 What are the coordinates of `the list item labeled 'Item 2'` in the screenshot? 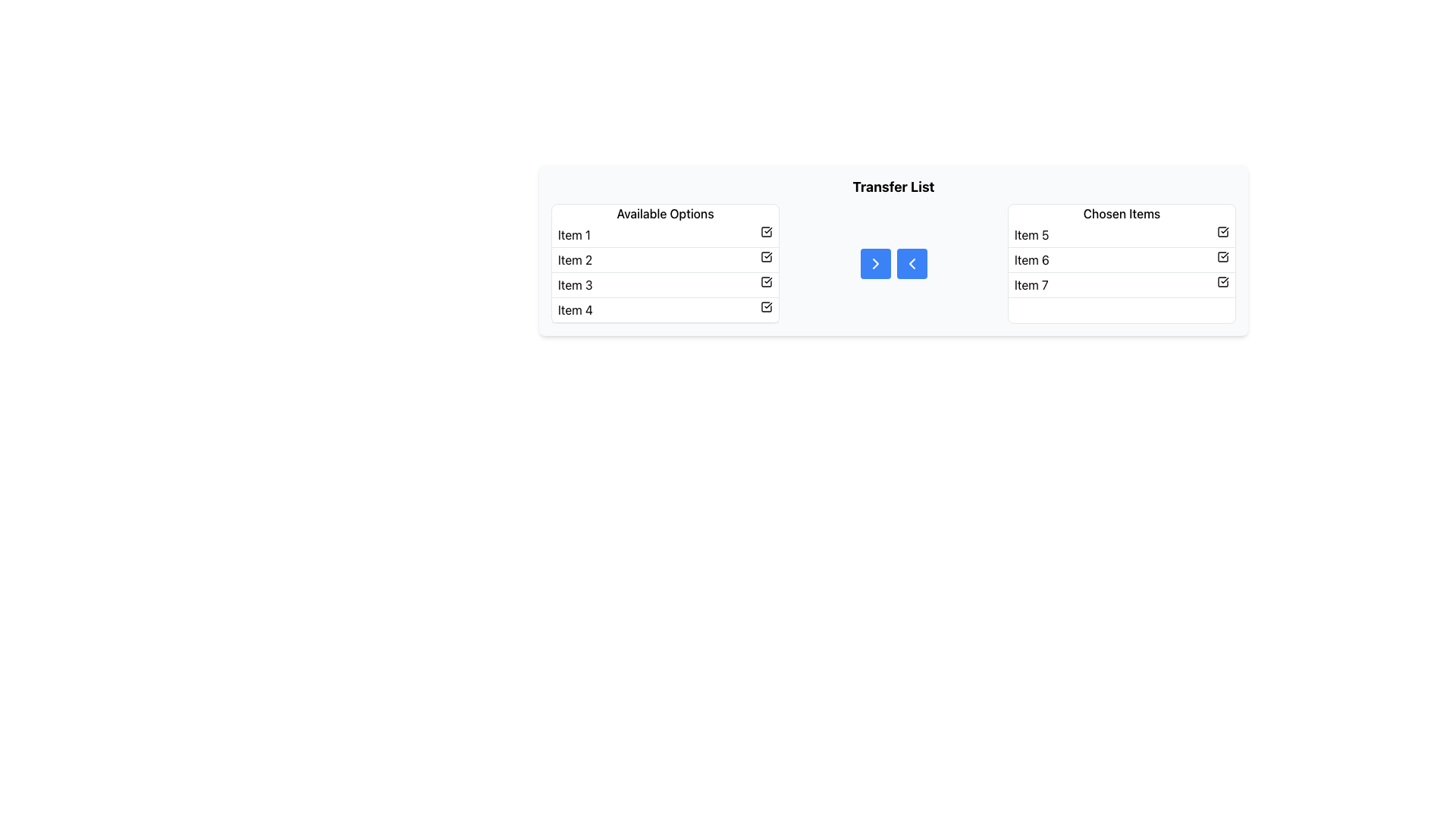 It's located at (665, 259).